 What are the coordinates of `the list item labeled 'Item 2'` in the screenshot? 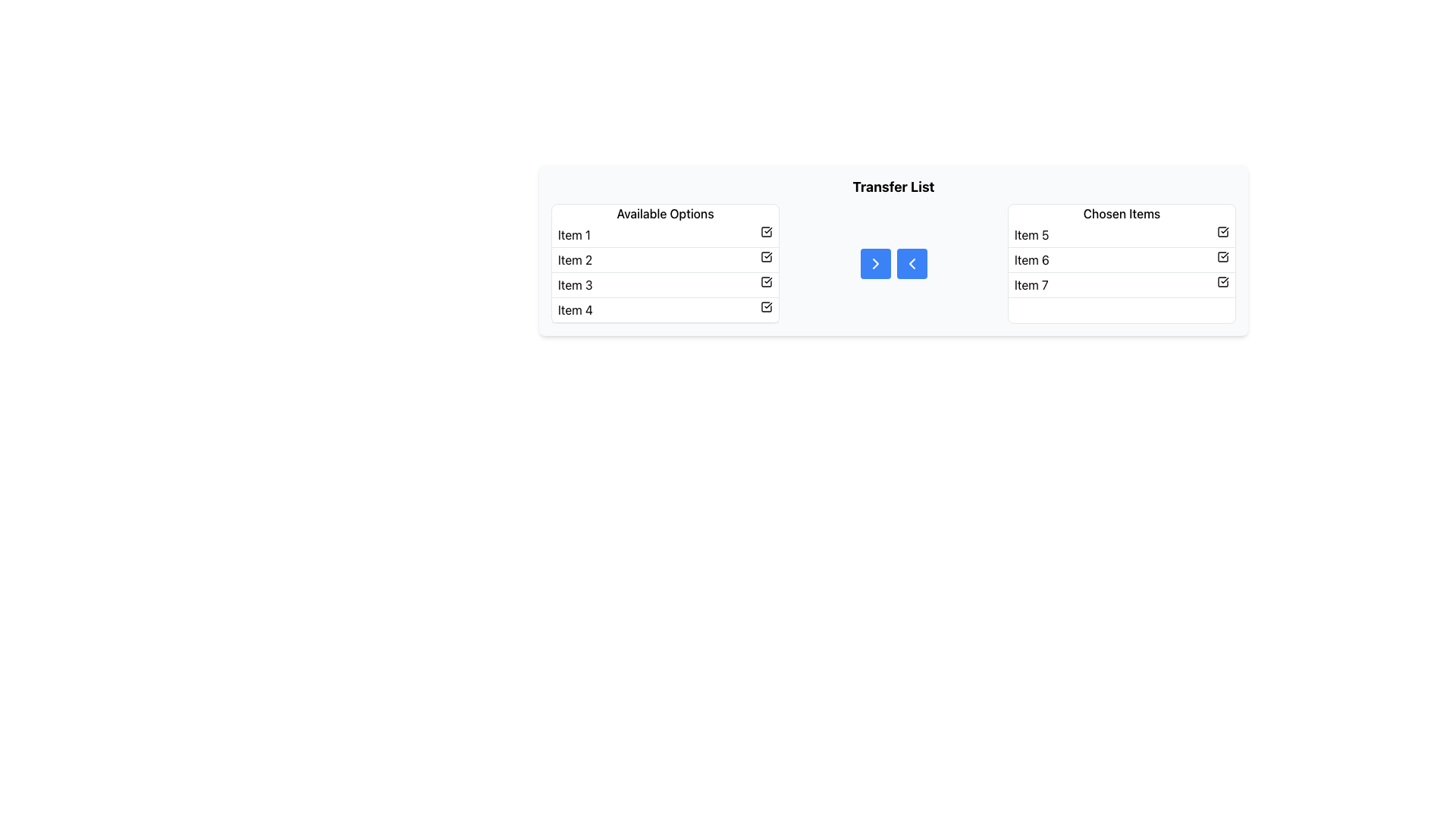 It's located at (665, 259).